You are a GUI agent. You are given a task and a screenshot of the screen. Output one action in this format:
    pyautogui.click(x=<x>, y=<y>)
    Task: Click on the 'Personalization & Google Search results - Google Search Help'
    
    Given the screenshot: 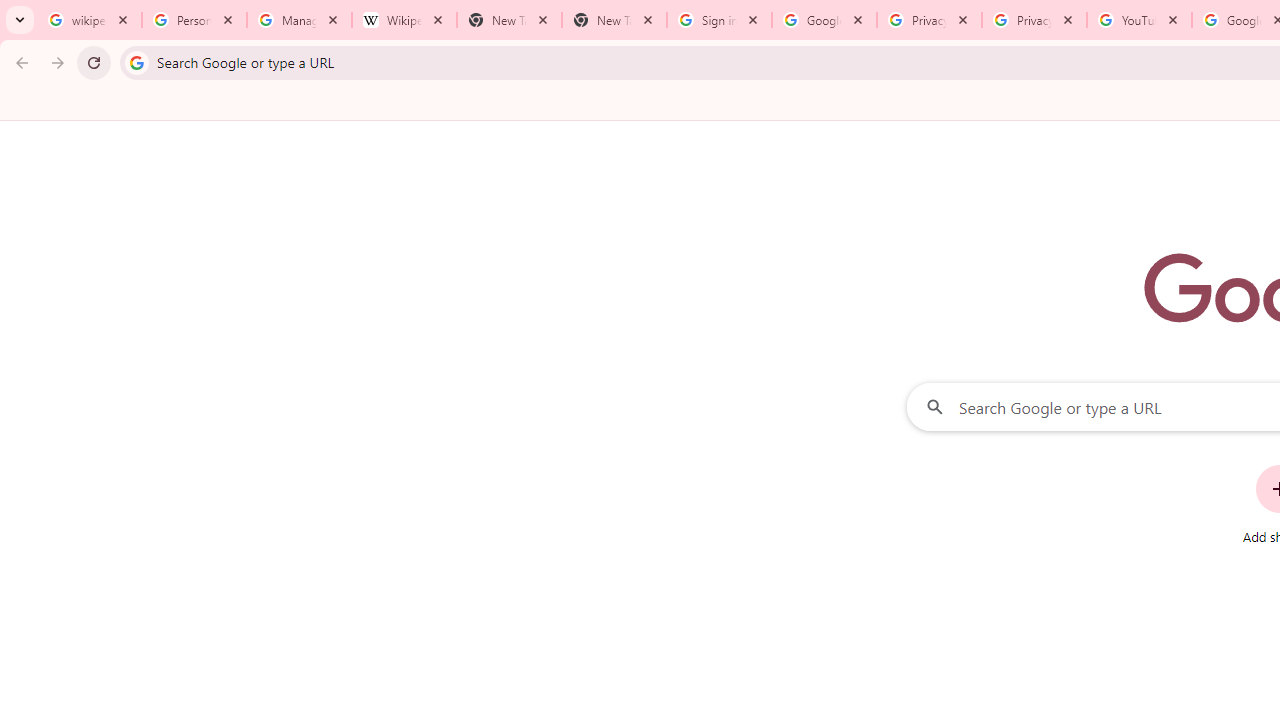 What is the action you would take?
    pyautogui.click(x=194, y=20)
    